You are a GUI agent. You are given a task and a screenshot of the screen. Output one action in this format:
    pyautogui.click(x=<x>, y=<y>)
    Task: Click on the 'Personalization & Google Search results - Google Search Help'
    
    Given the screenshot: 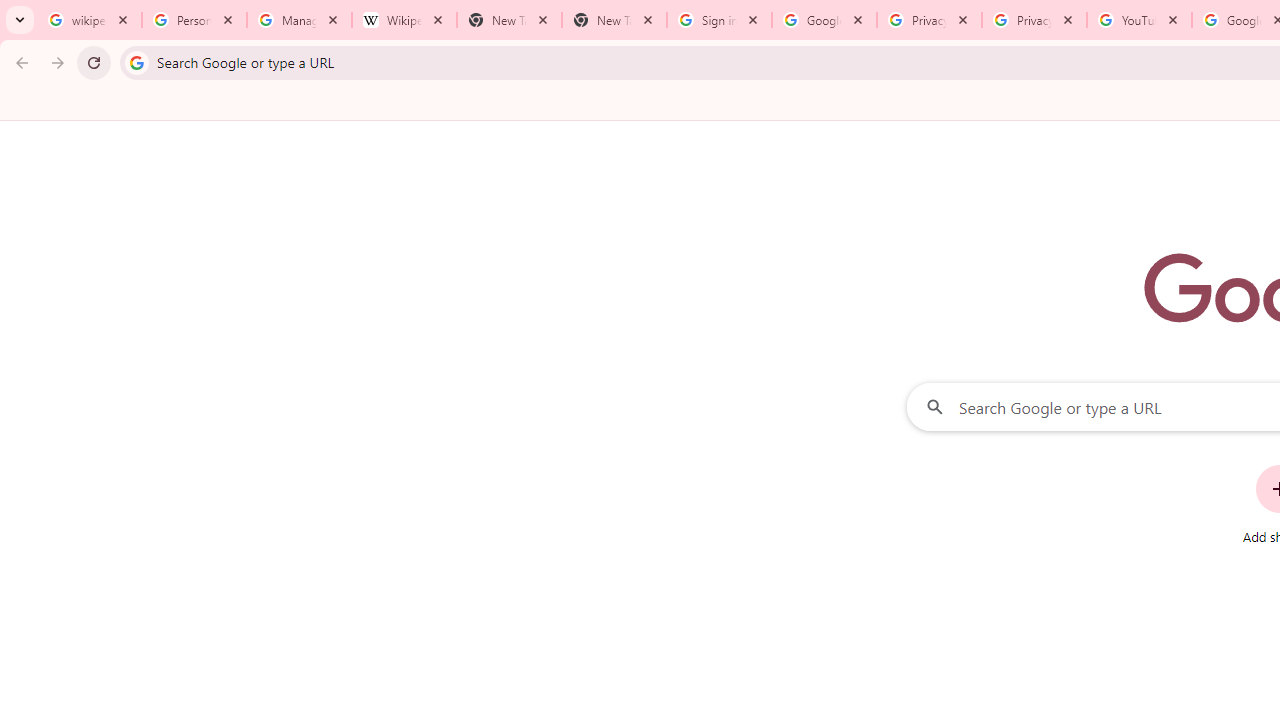 What is the action you would take?
    pyautogui.click(x=194, y=20)
    